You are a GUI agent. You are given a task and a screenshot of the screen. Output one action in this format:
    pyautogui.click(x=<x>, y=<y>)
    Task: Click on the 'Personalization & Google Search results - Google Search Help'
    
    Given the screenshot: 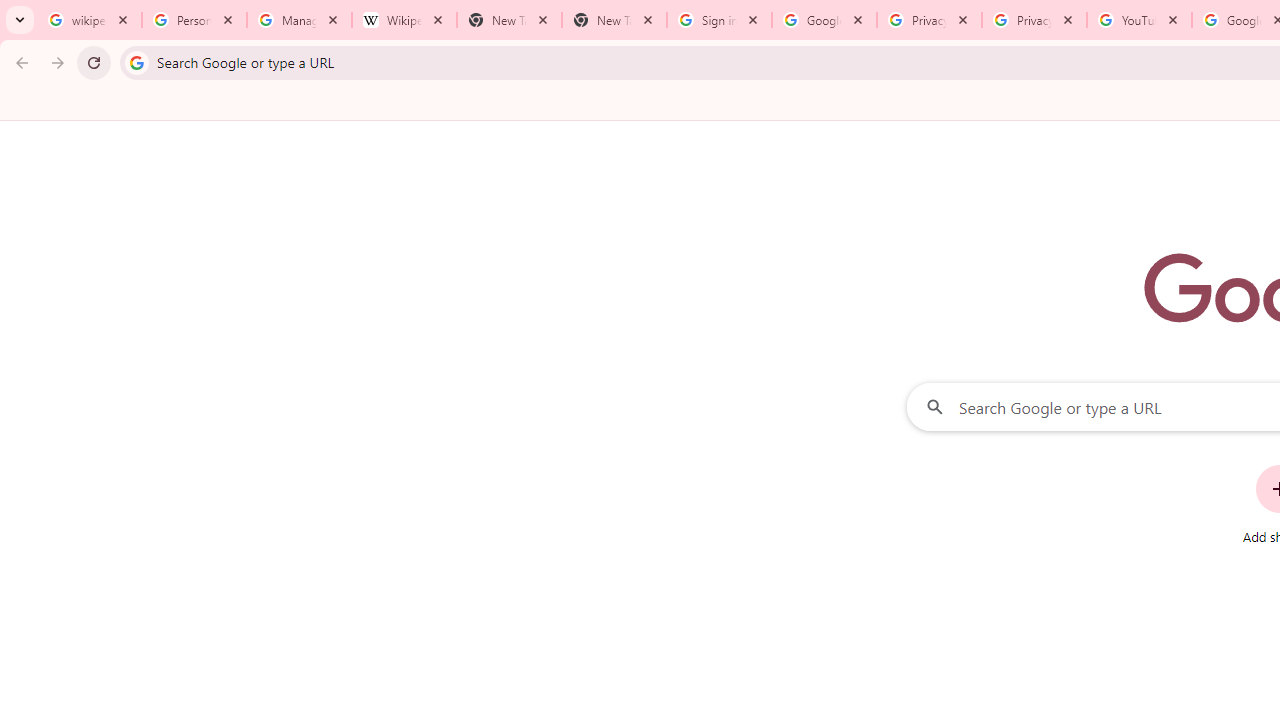 What is the action you would take?
    pyautogui.click(x=194, y=20)
    